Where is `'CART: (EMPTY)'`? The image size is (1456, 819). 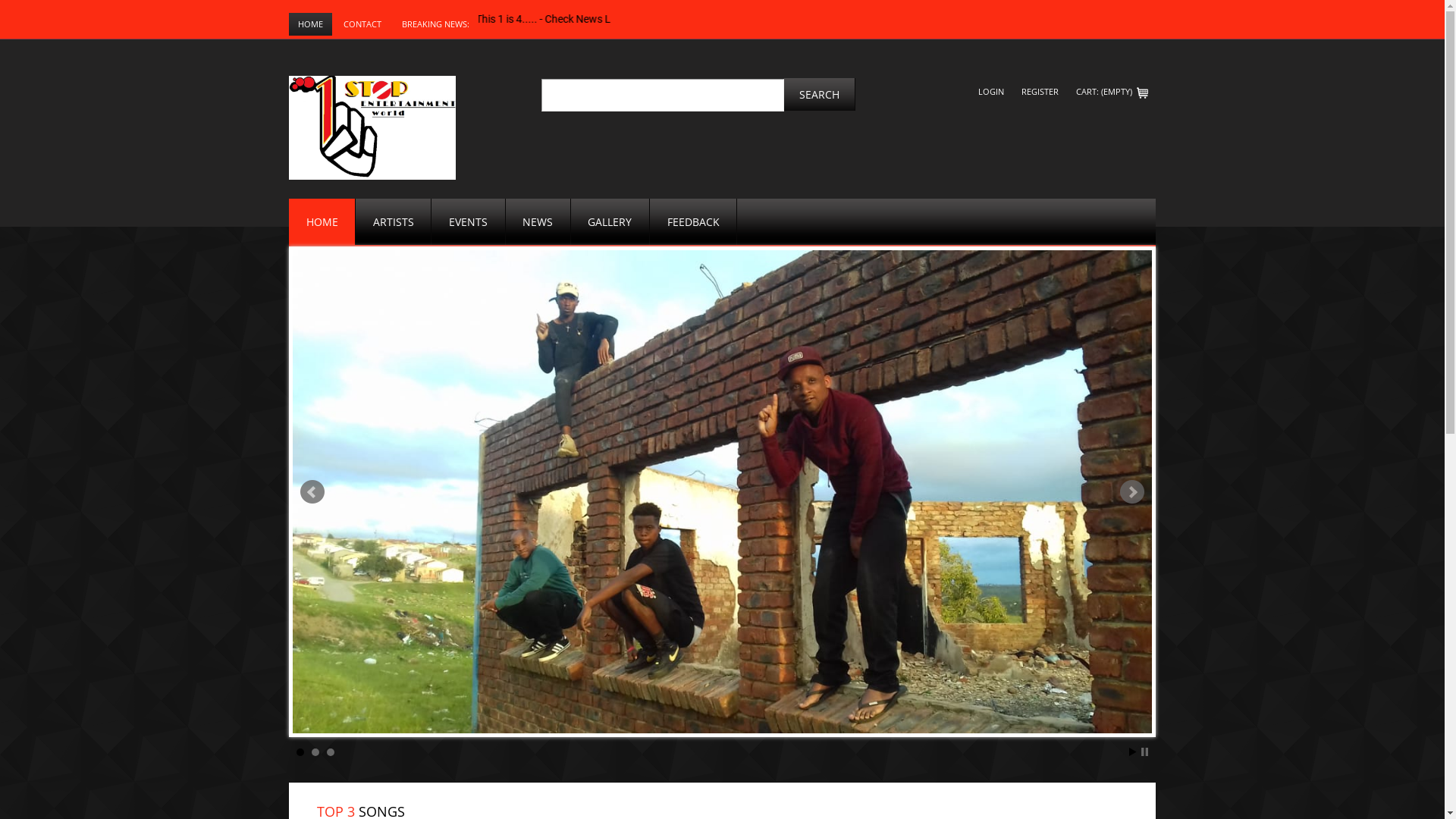
'CART: (EMPTY)' is located at coordinates (1112, 91).